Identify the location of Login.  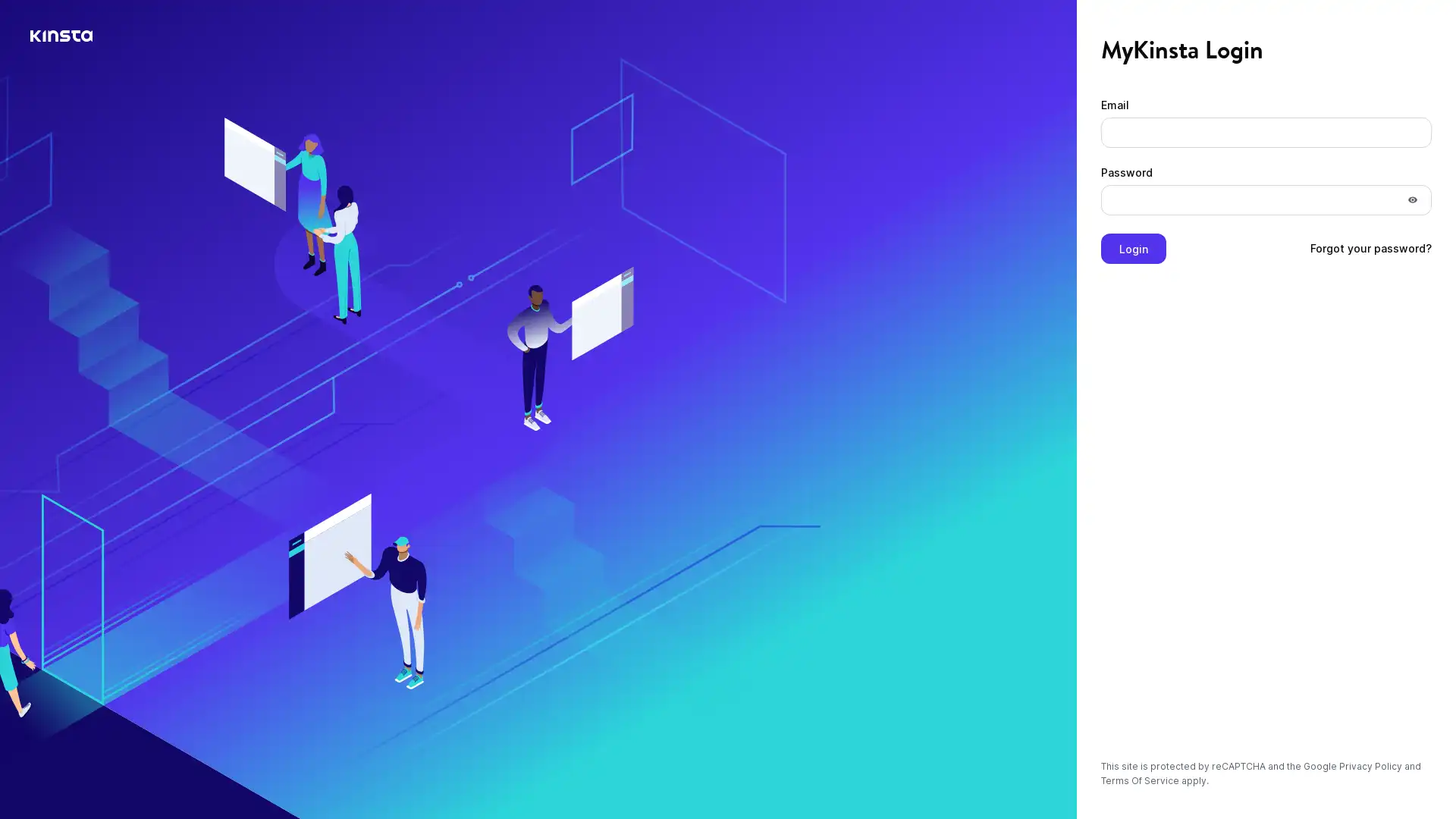
(1133, 247).